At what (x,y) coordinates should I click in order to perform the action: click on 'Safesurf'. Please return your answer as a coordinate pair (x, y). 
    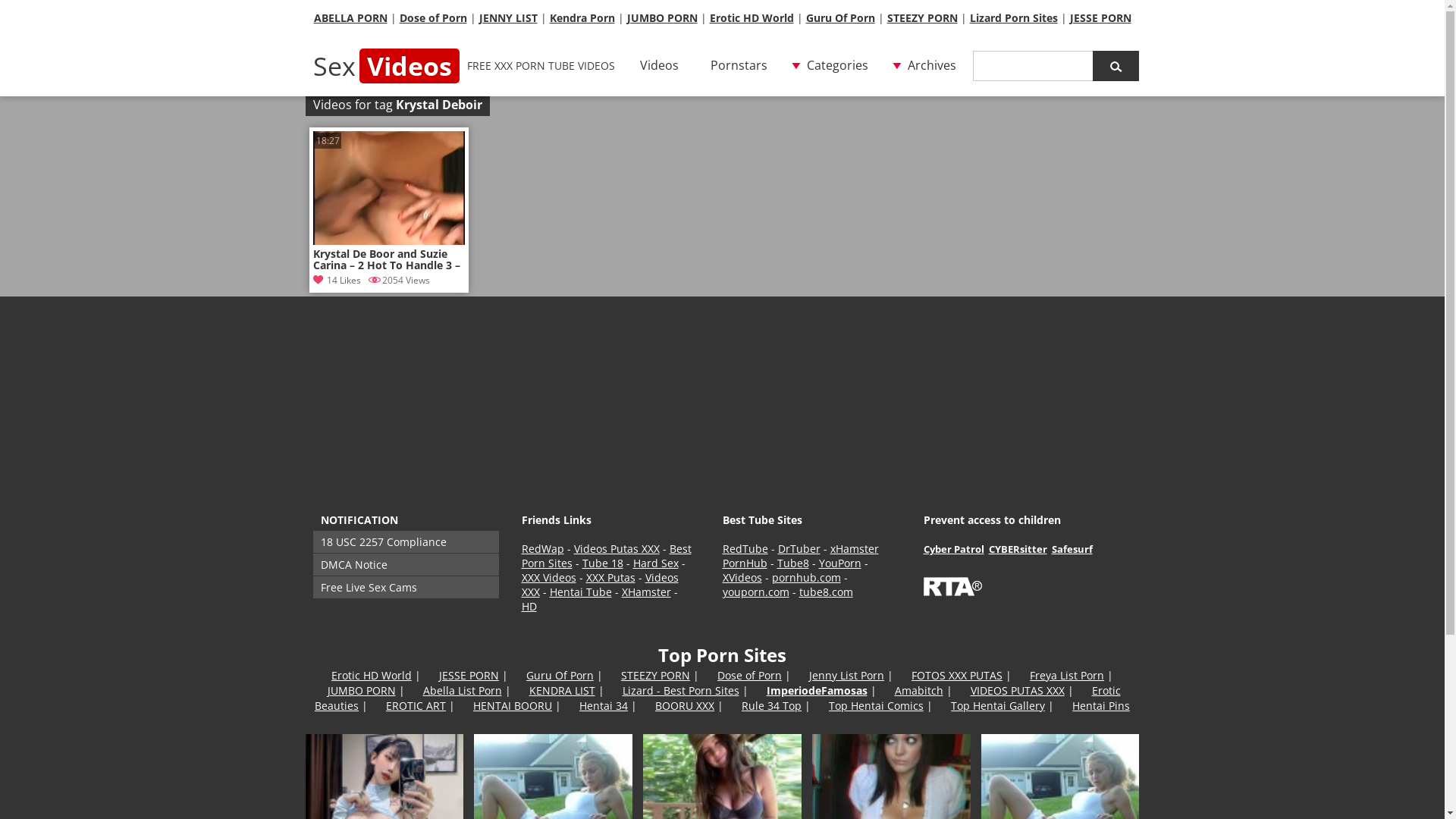
    Looking at the image, I should click on (1050, 549).